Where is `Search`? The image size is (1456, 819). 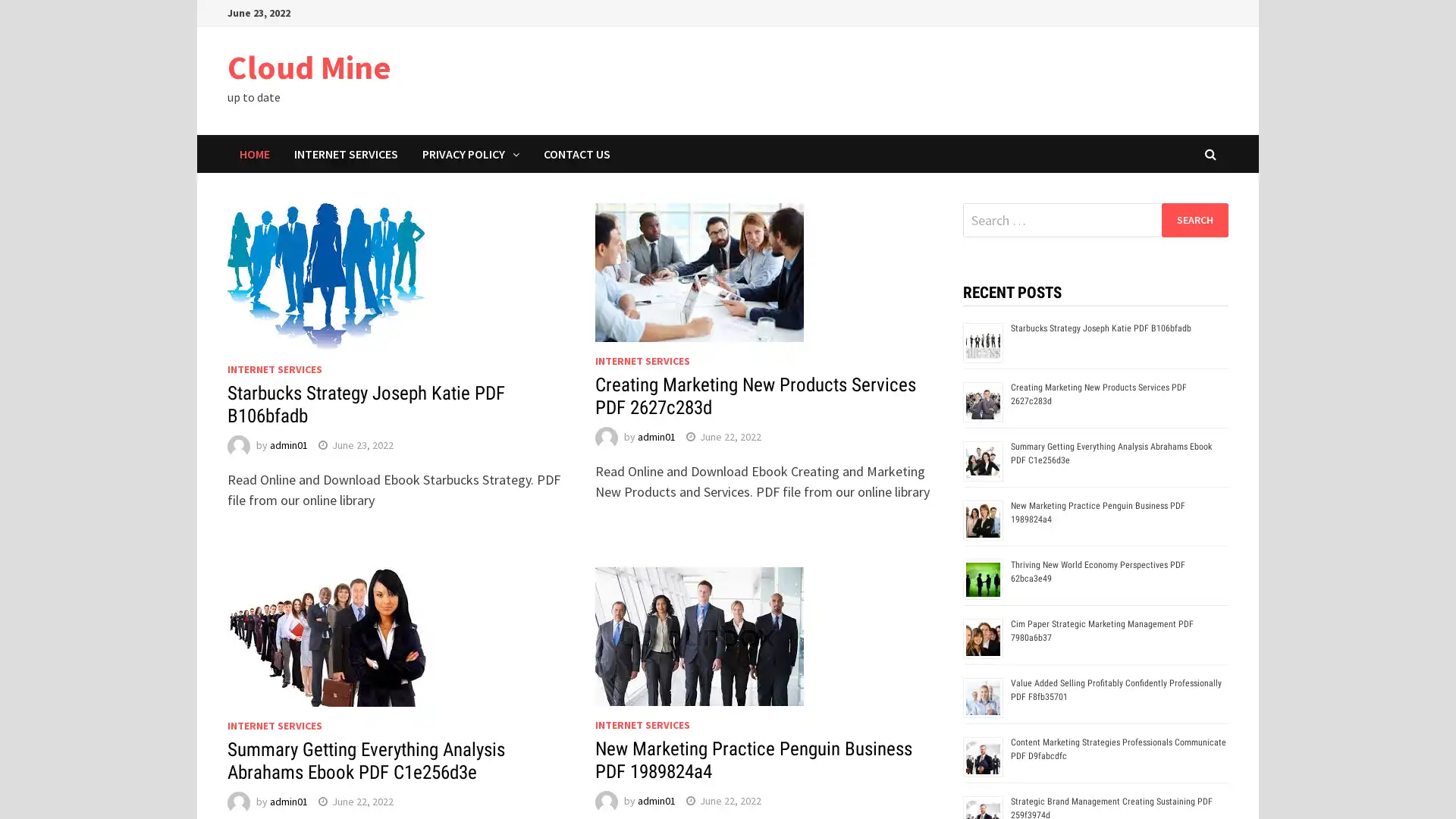
Search is located at coordinates (1194, 219).